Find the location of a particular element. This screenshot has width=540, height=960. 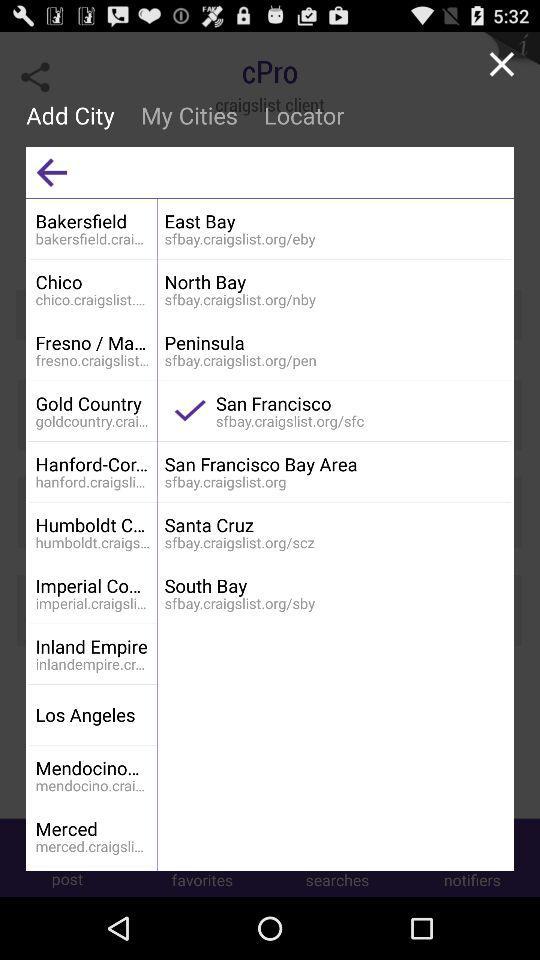

the item above peninsula icon is located at coordinates (334, 281).